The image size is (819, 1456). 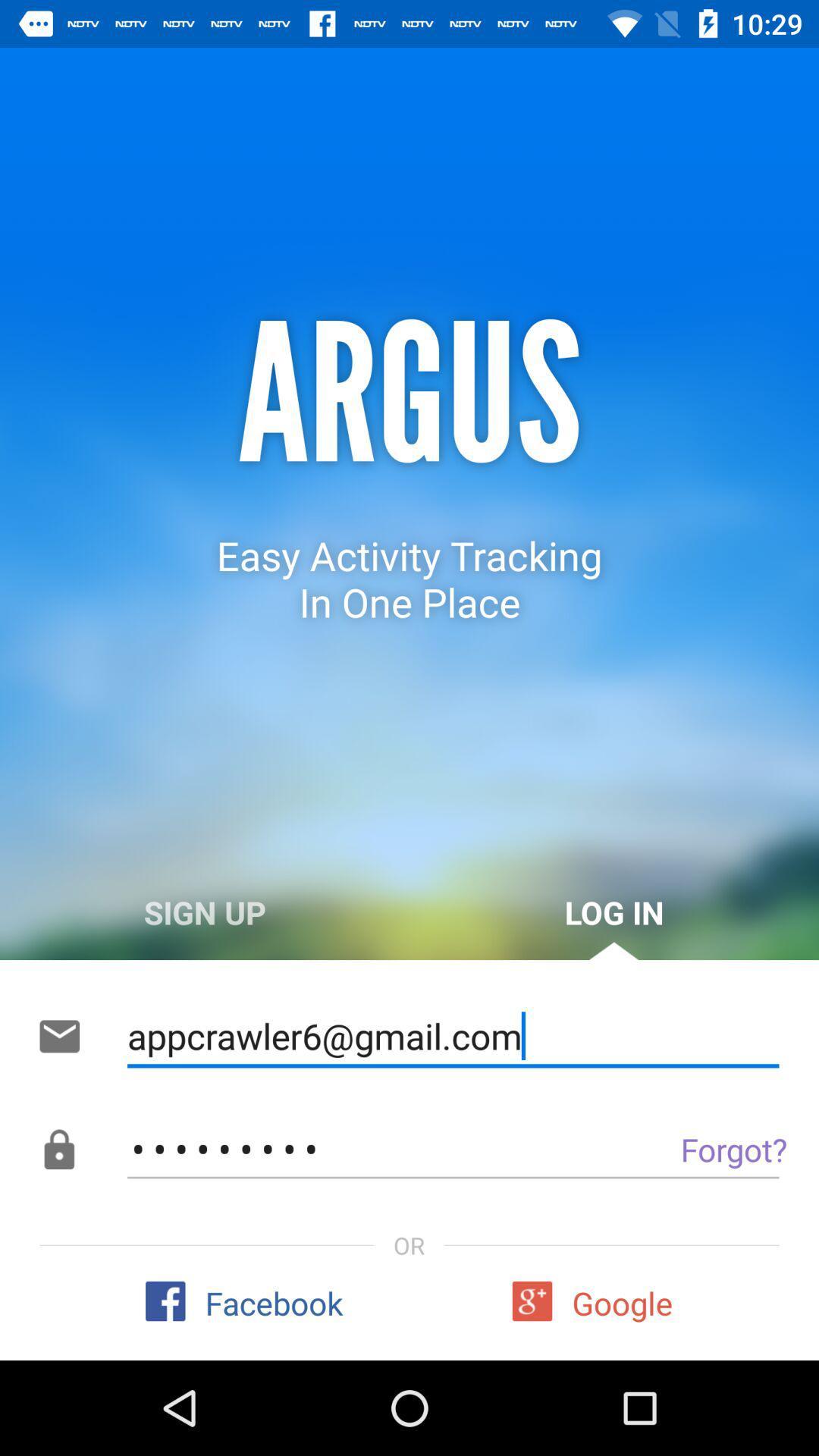 What do you see at coordinates (205, 912) in the screenshot?
I see `item below easy activity tracking item` at bounding box center [205, 912].